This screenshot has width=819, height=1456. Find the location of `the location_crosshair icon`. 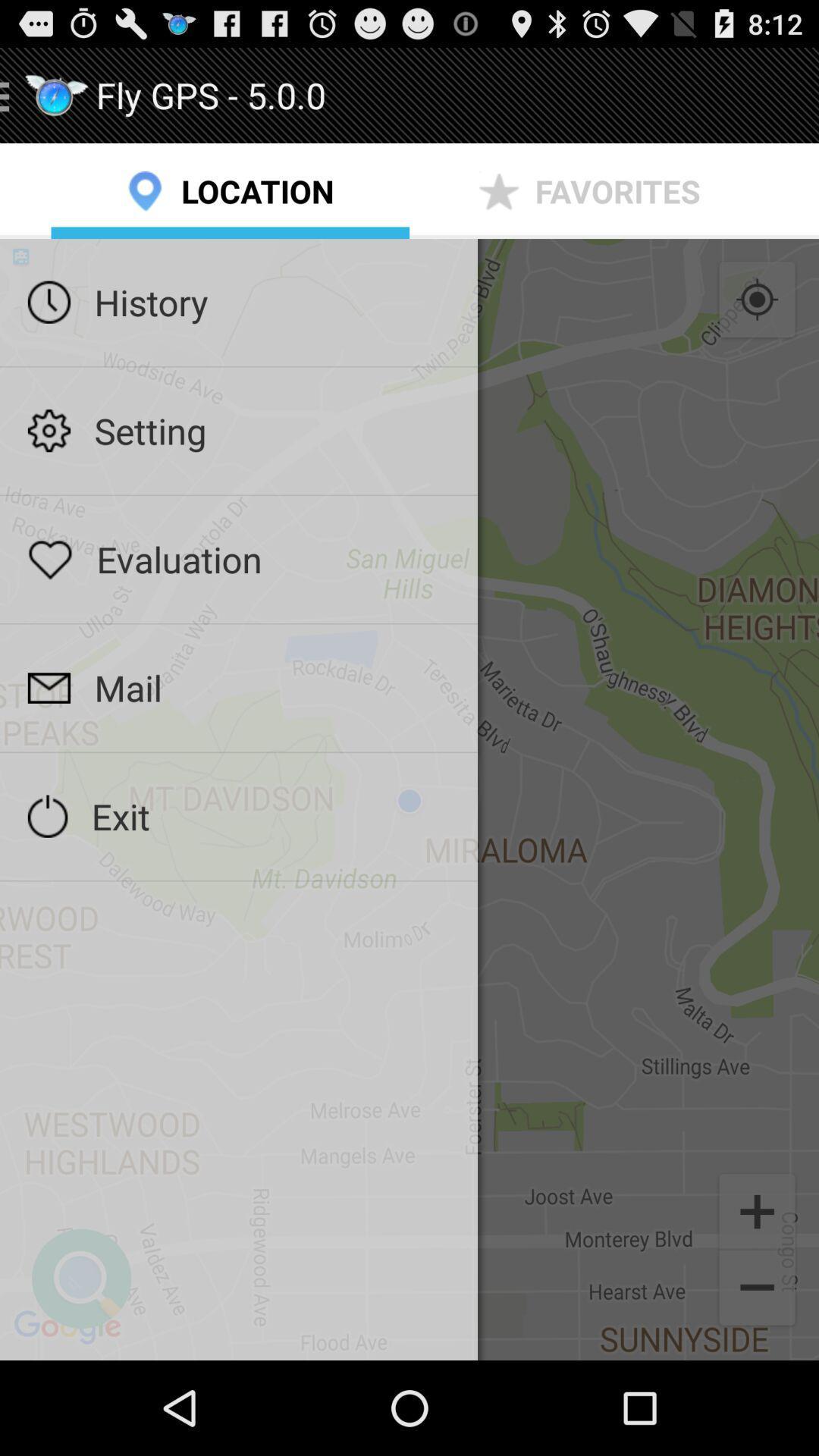

the location_crosshair icon is located at coordinates (757, 321).